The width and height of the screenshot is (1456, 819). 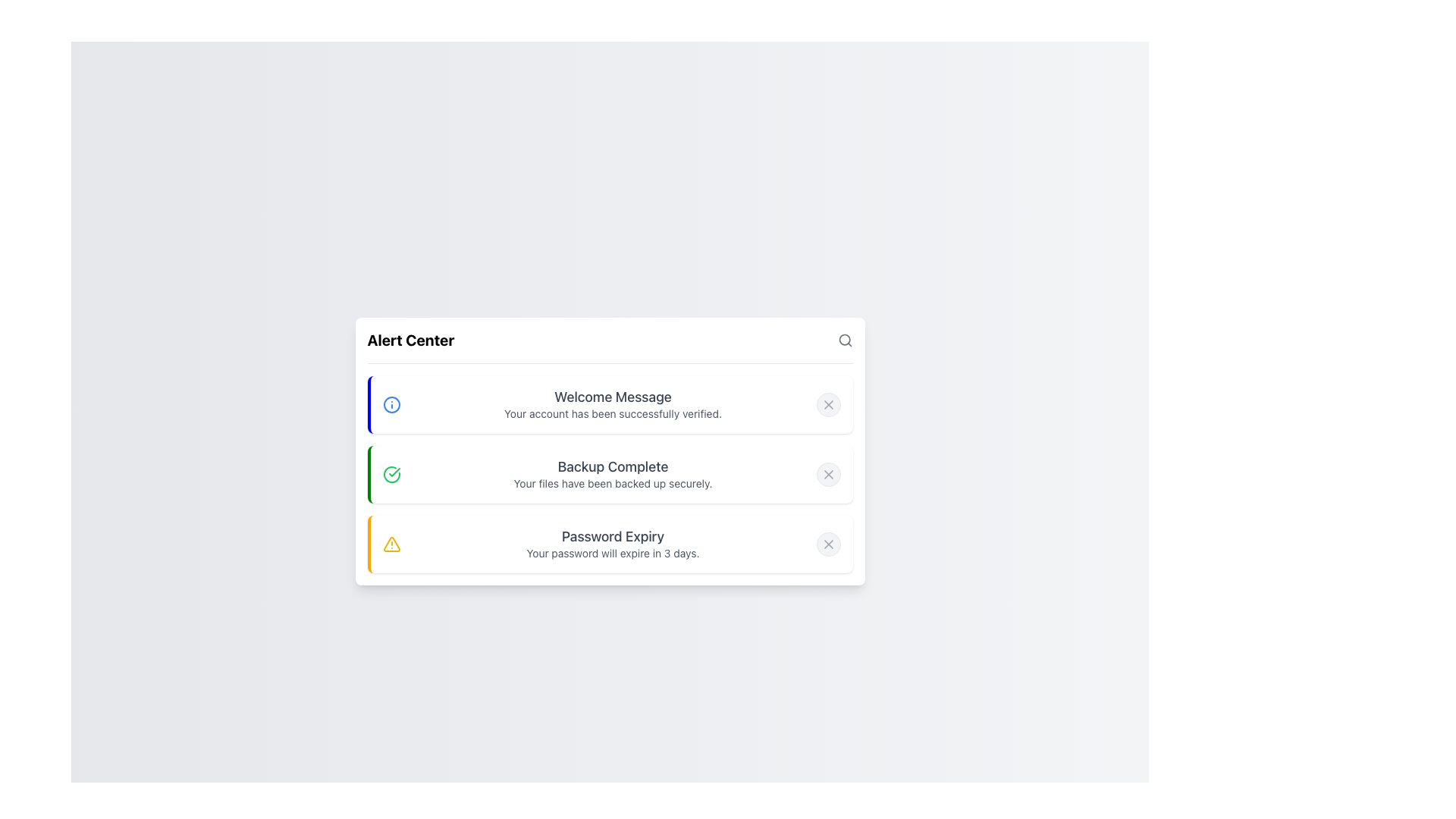 I want to click on the text element that provides additional information about the backup process, located within the 'Backup Complete' notification card, so click(x=613, y=483).